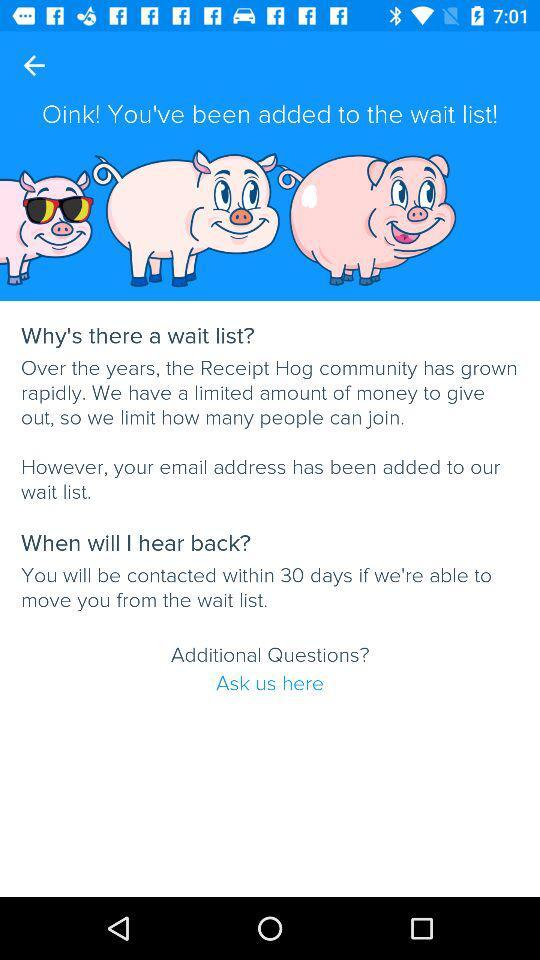  What do you see at coordinates (33, 65) in the screenshot?
I see `the arrow_backward icon` at bounding box center [33, 65].